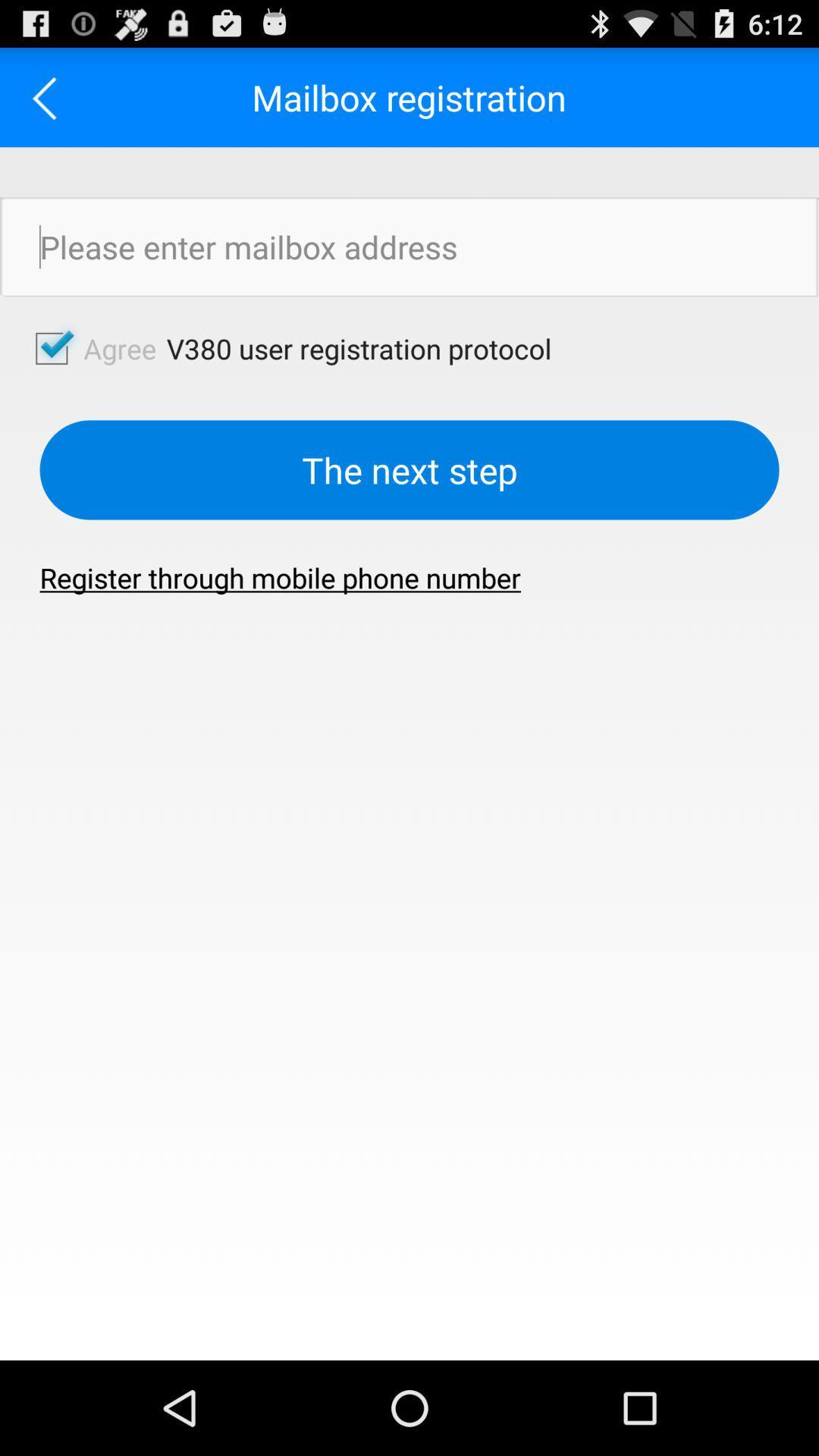 This screenshot has height=1456, width=819. I want to click on the item to the left of mailbox registration app, so click(49, 96).